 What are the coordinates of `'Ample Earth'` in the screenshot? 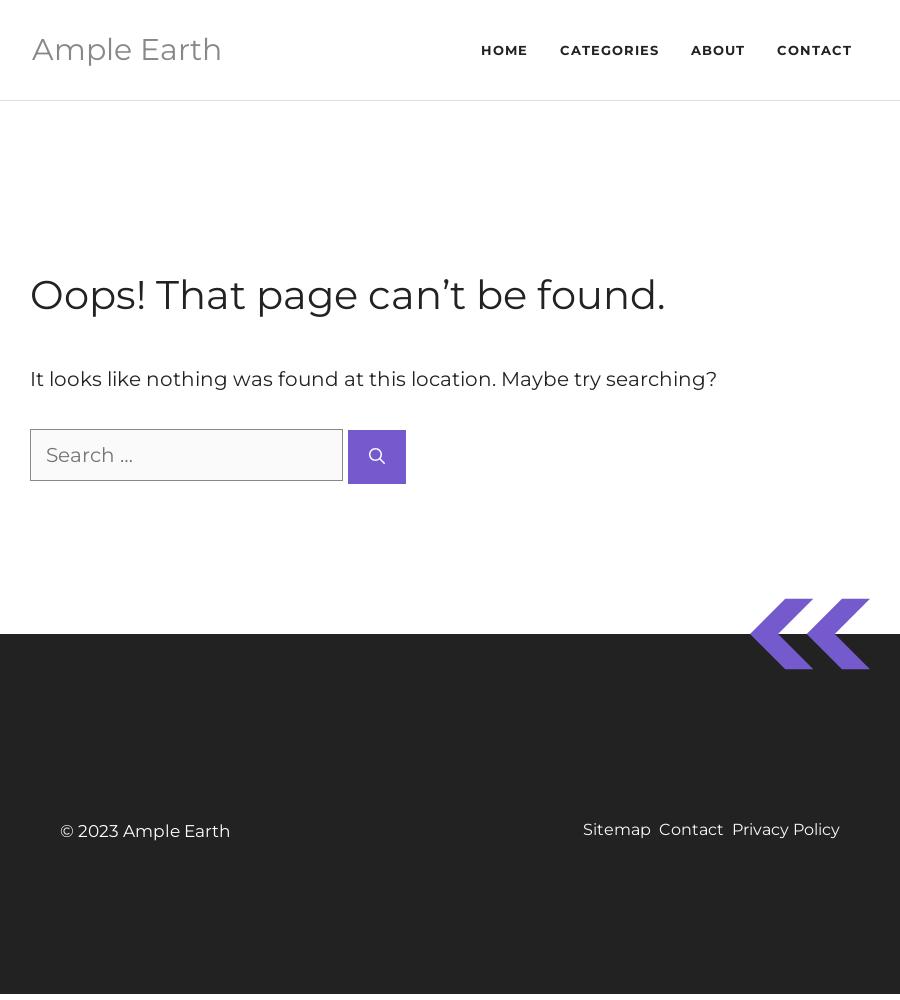 It's located at (126, 49).